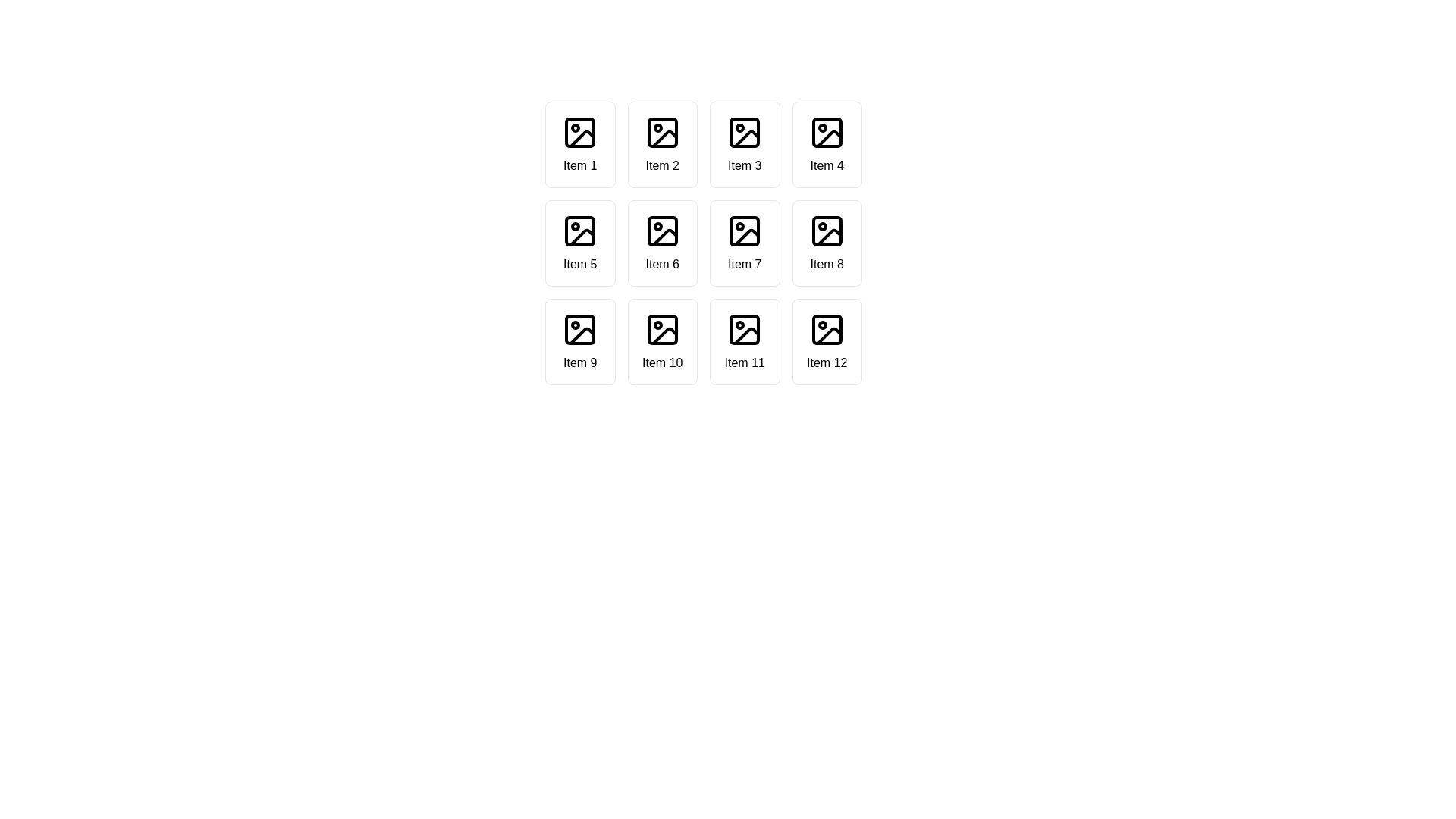 The width and height of the screenshot is (1456, 819). Describe the element at coordinates (826, 131) in the screenshot. I see `the static image icon located at the top center of the bordered and rounded rectangular box labeled 'Item 4' in the first row of the grid layout` at that location.